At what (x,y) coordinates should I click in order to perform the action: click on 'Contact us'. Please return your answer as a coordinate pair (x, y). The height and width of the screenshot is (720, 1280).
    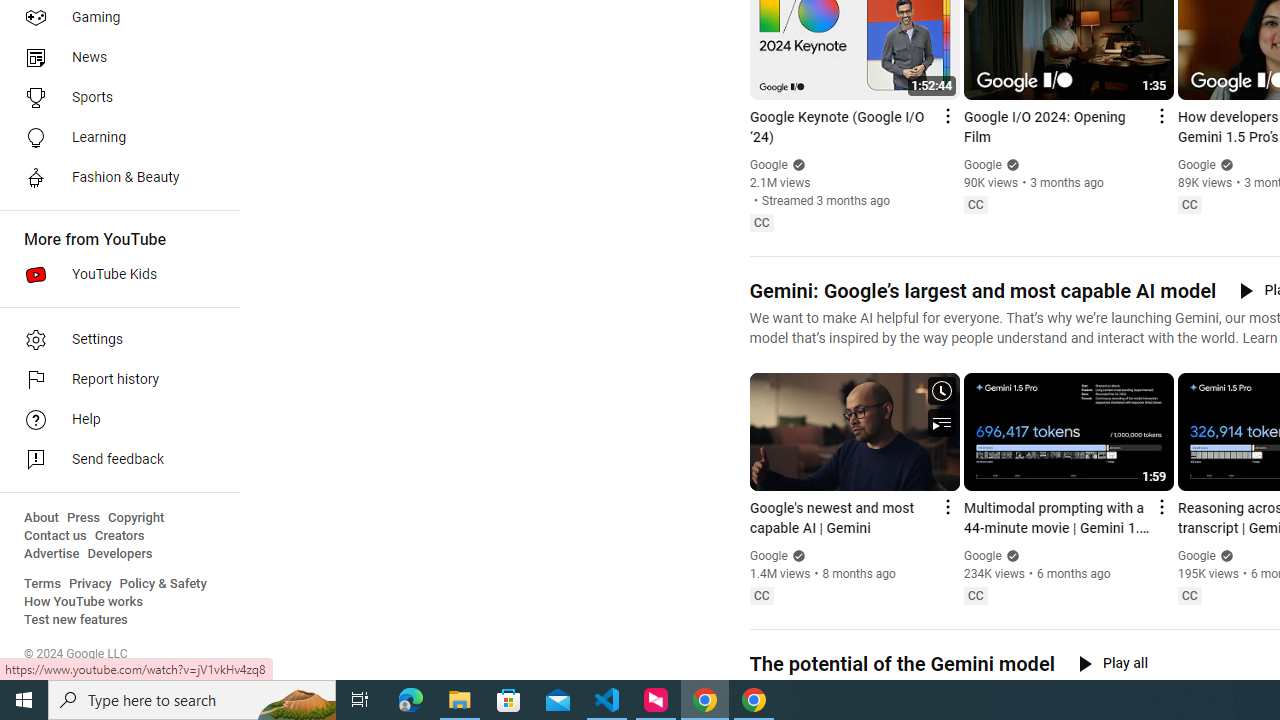
    Looking at the image, I should click on (55, 535).